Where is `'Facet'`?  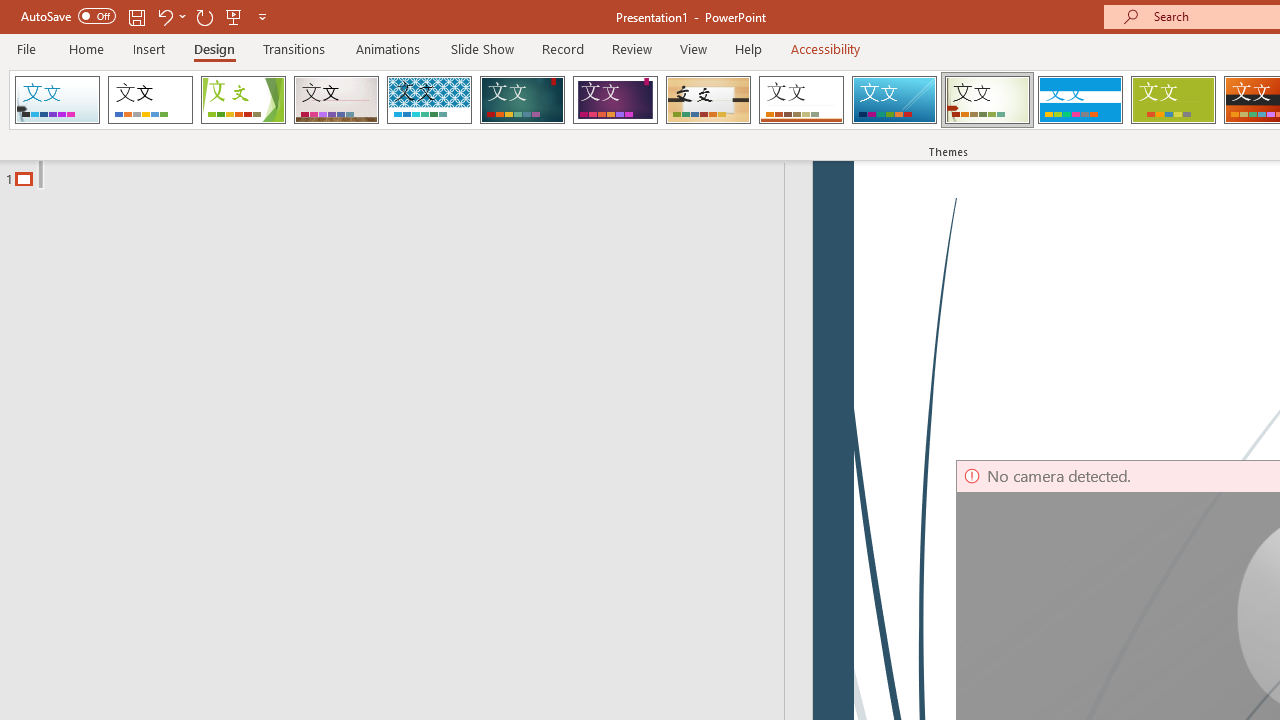 'Facet' is located at coordinates (242, 100).